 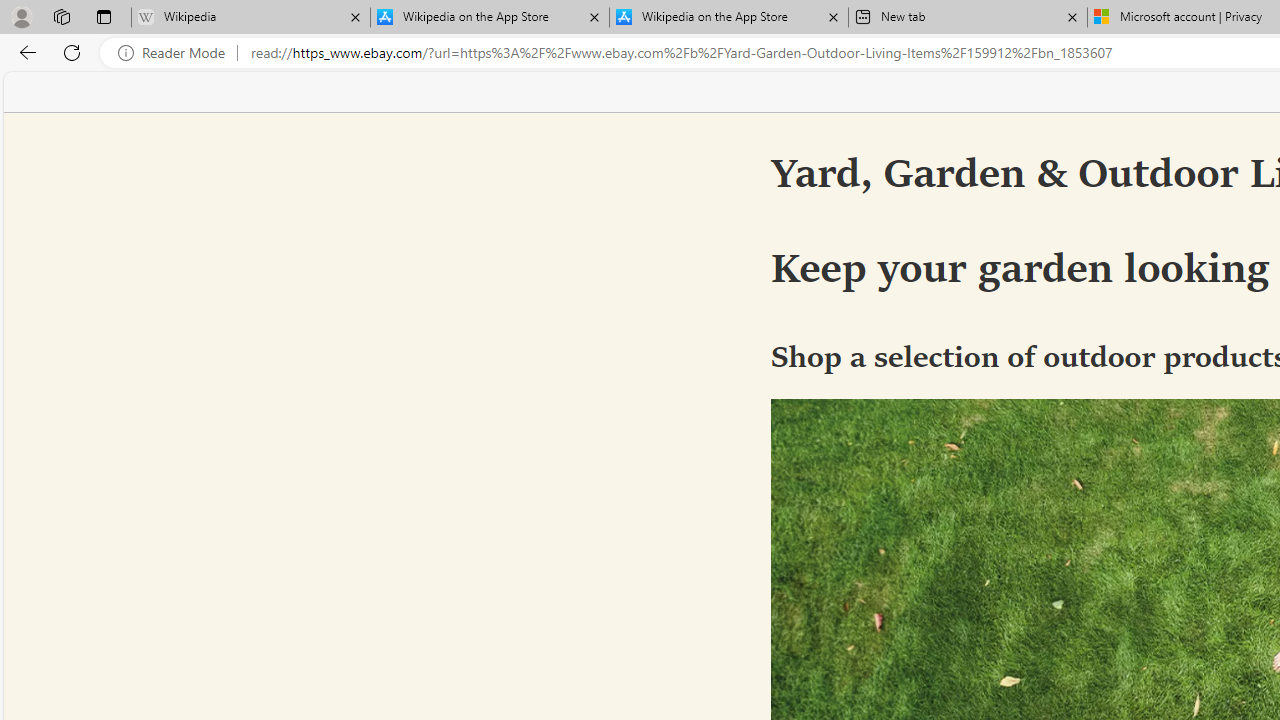 I want to click on 'Reader Mode', so click(x=177, y=52).